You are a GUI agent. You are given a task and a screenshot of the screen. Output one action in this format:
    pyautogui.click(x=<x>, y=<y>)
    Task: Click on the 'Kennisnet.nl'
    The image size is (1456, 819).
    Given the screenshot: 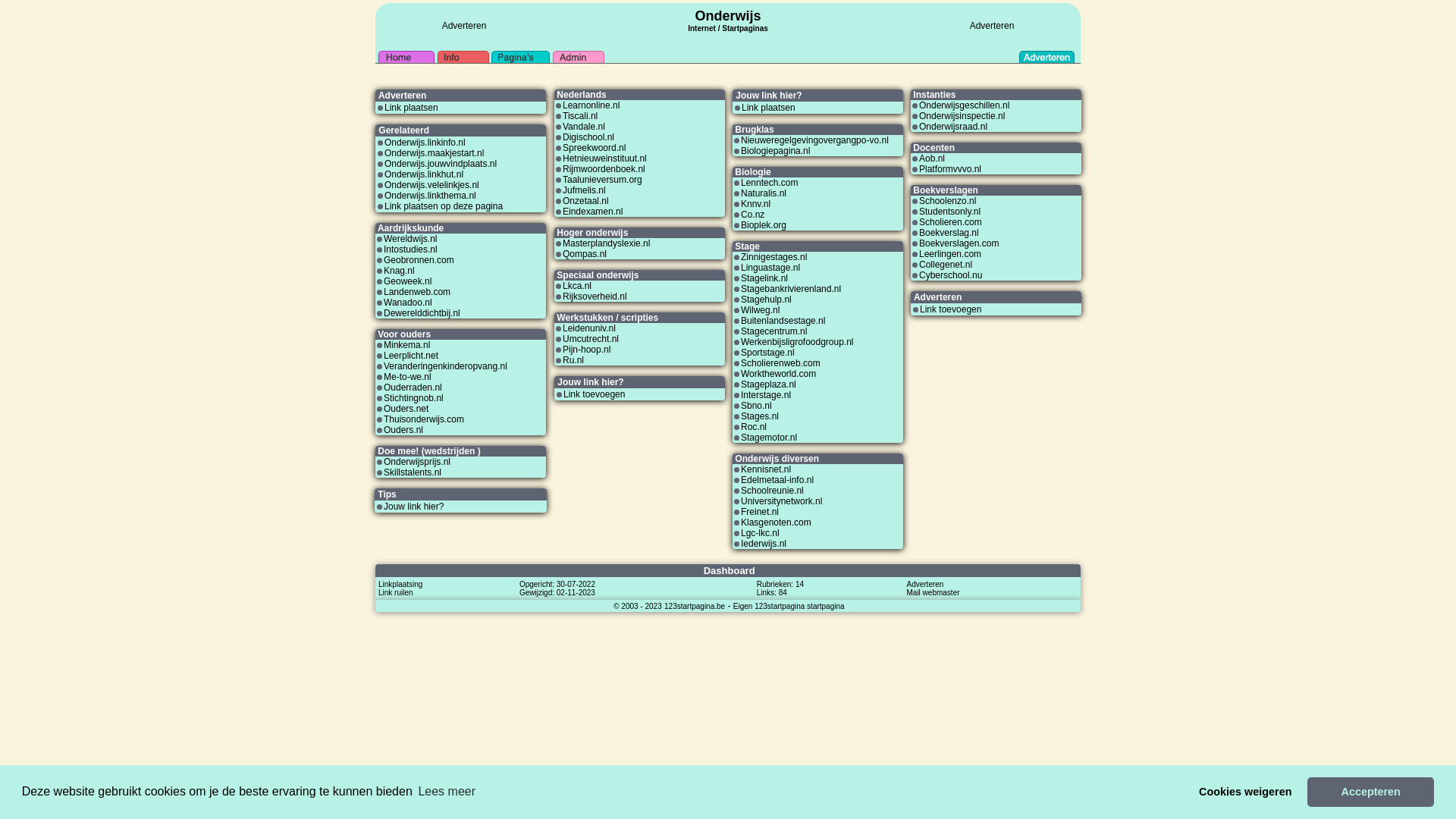 What is the action you would take?
    pyautogui.click(x=765, y=468)
    